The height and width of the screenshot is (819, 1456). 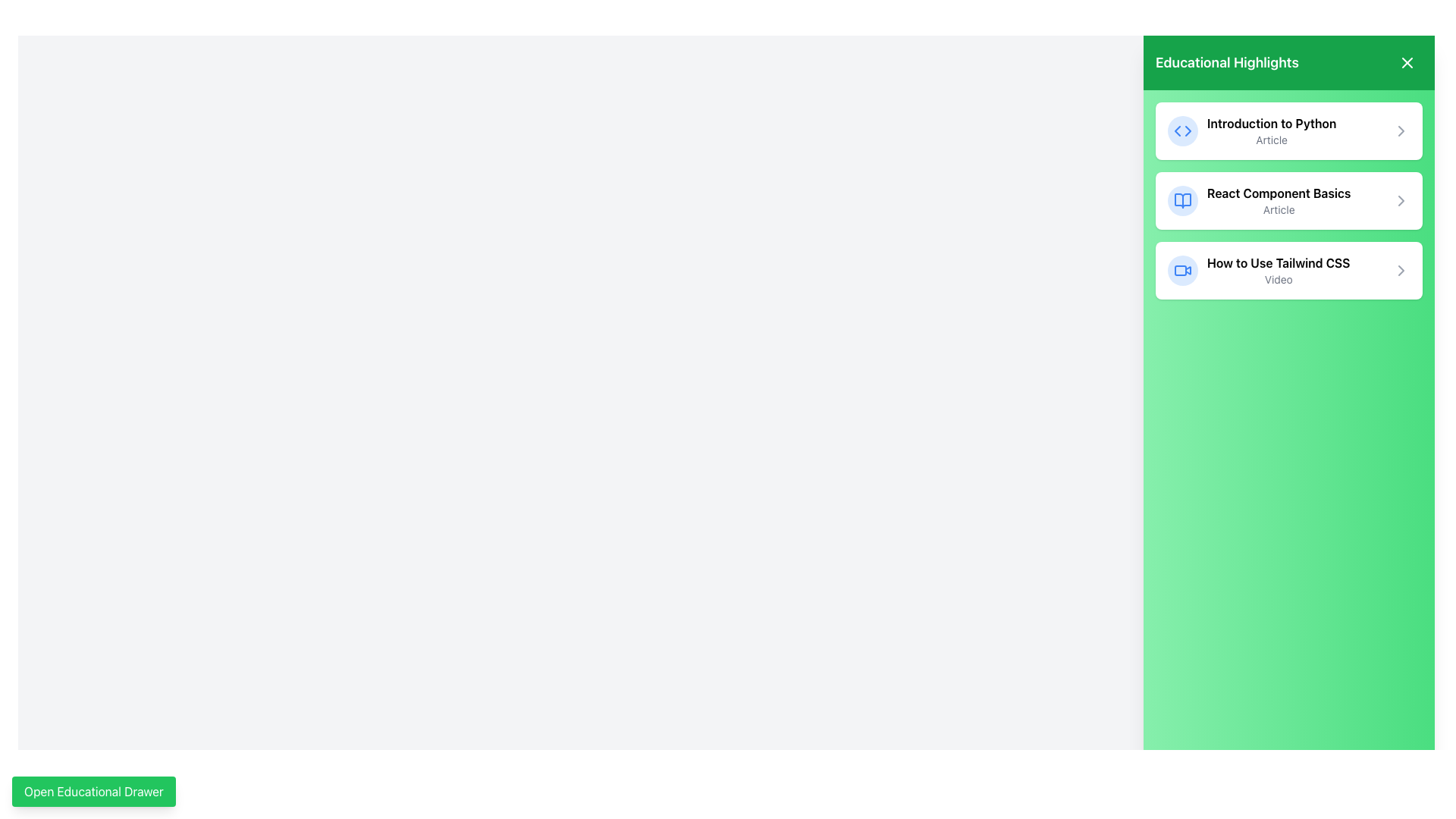 I want to click on the text label indicating the type of resource (a video) for the list item labeled 'How to Use Tailwind CSS', located below the main title and alongside a blue video icon, so click(x=1278, y=280).